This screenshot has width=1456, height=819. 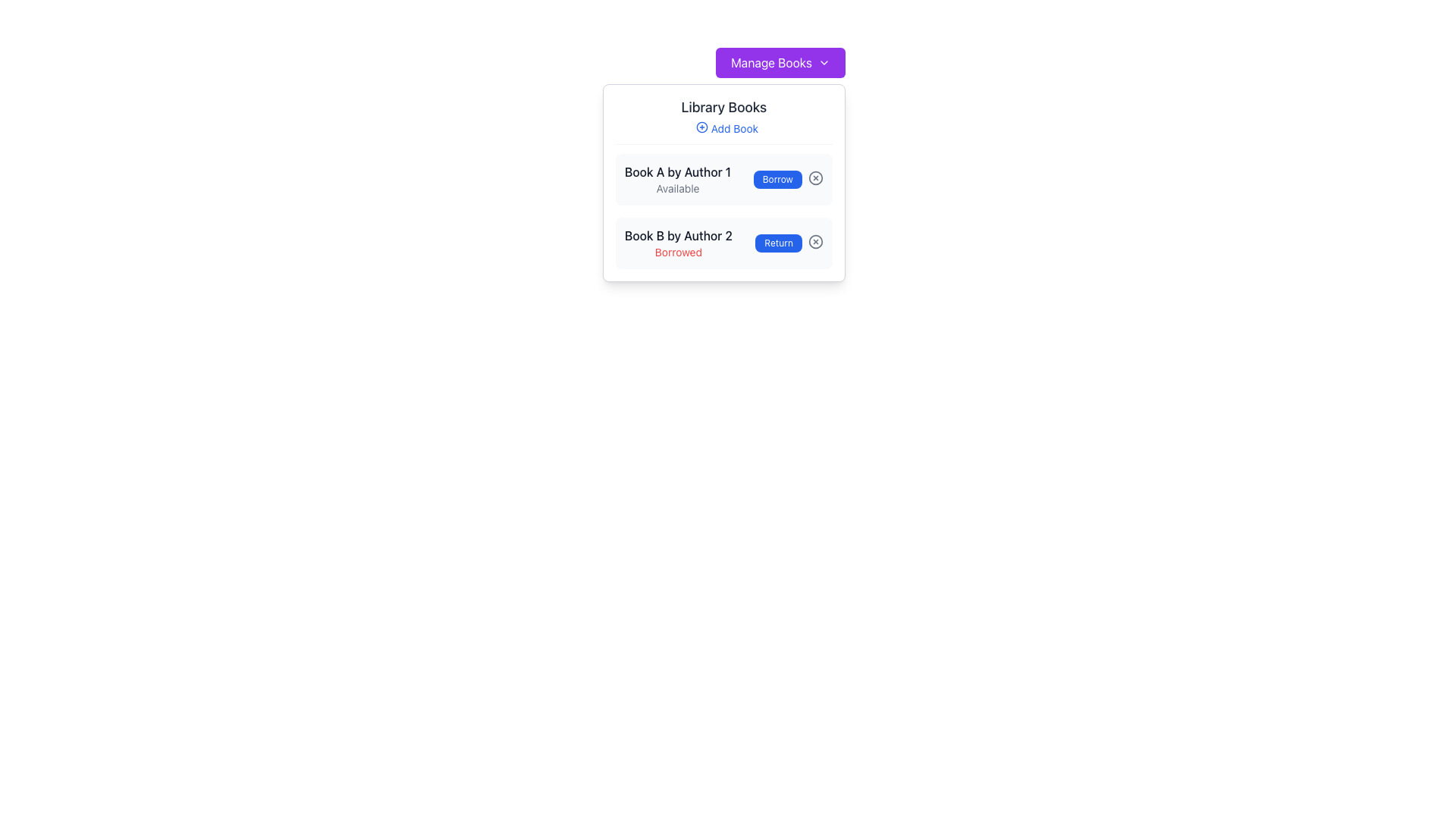 I want to click on the text display that shows the title of the book and its borrowing status, which is positioned above the 'Return' button in the library books list, so click(x=677, y=242).